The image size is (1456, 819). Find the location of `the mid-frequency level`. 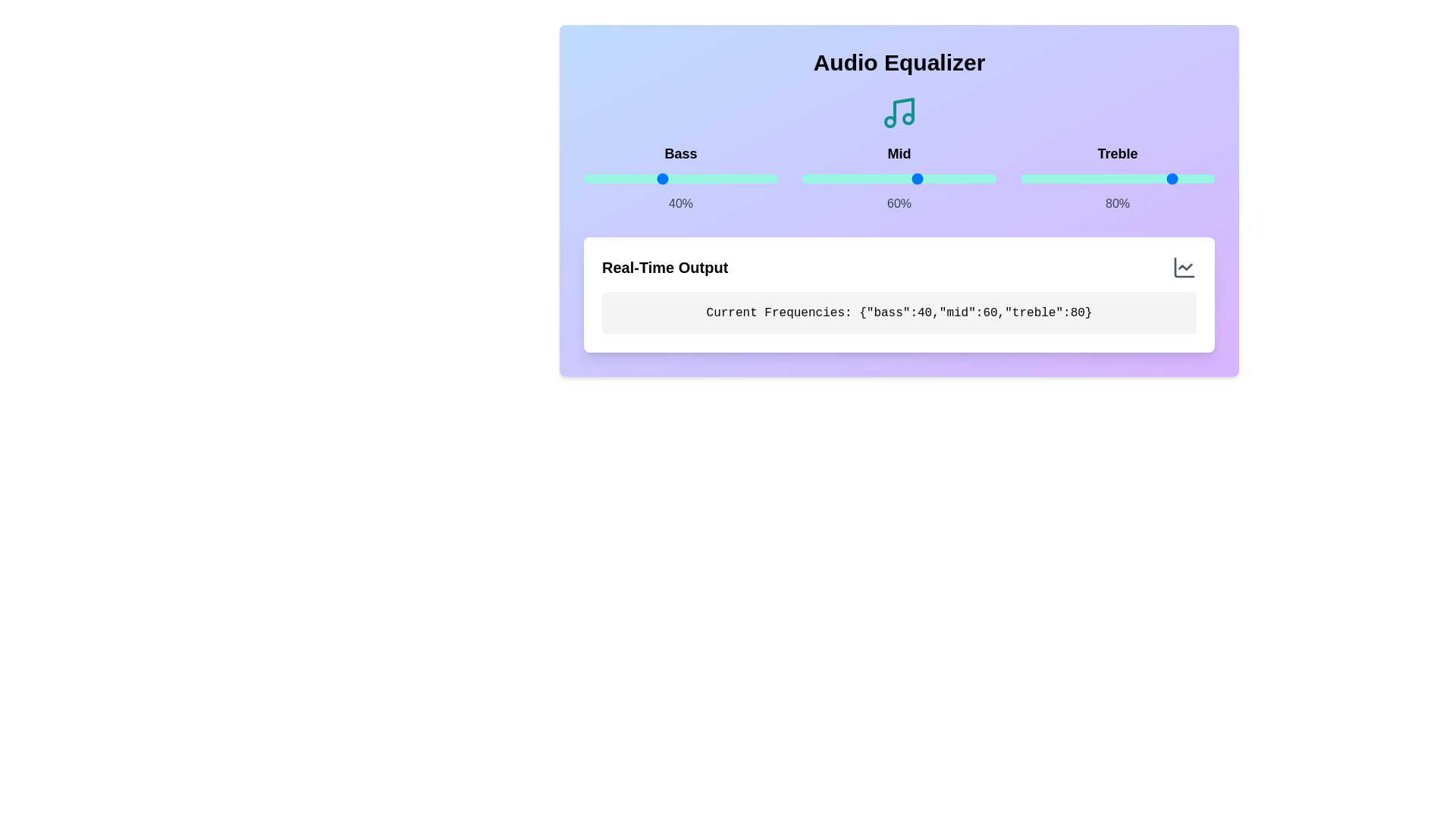

the mid-frequency level is located at coordinates (994, 177).